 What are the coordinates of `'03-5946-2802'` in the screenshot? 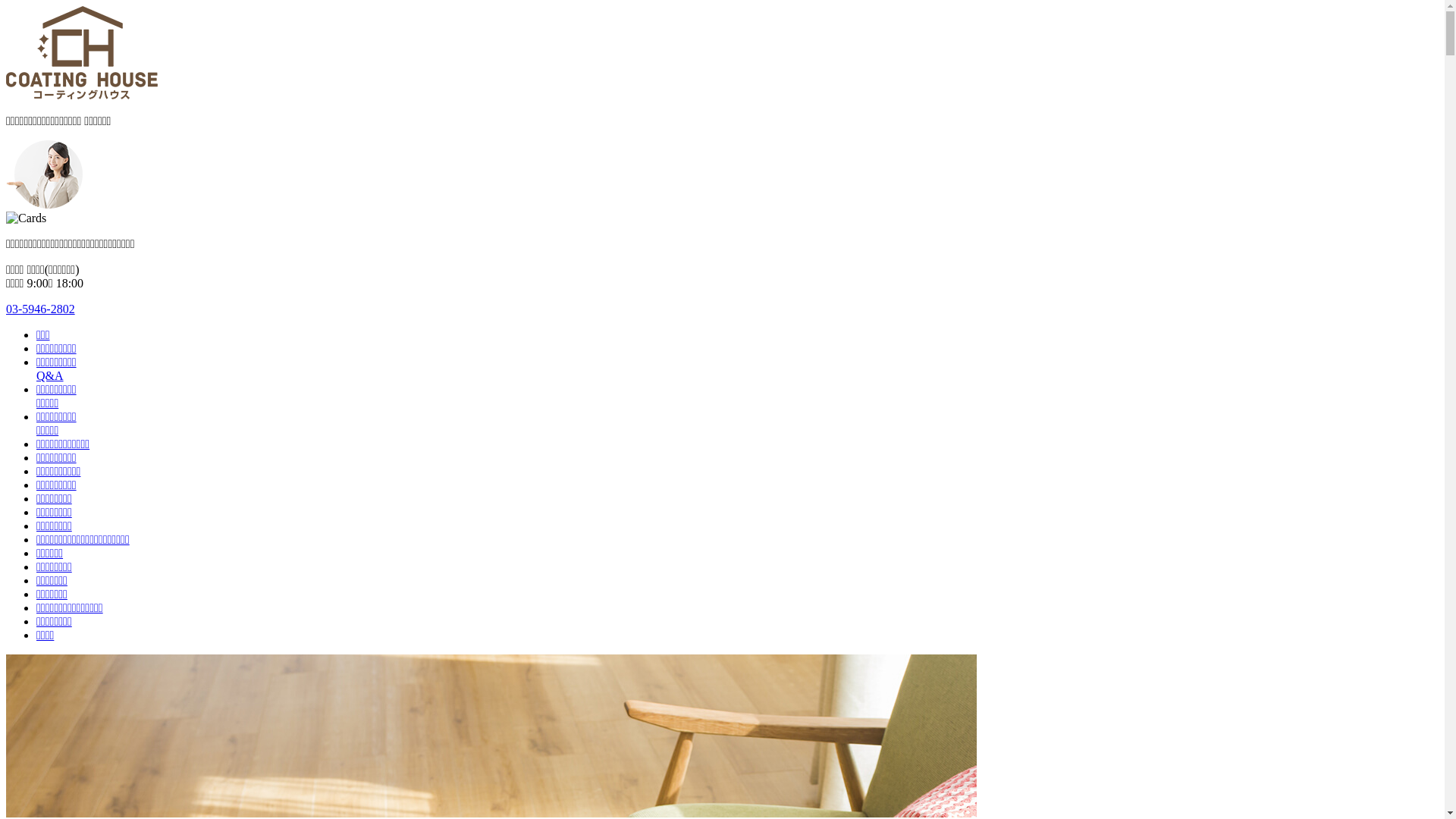 It's located at (40, 308).